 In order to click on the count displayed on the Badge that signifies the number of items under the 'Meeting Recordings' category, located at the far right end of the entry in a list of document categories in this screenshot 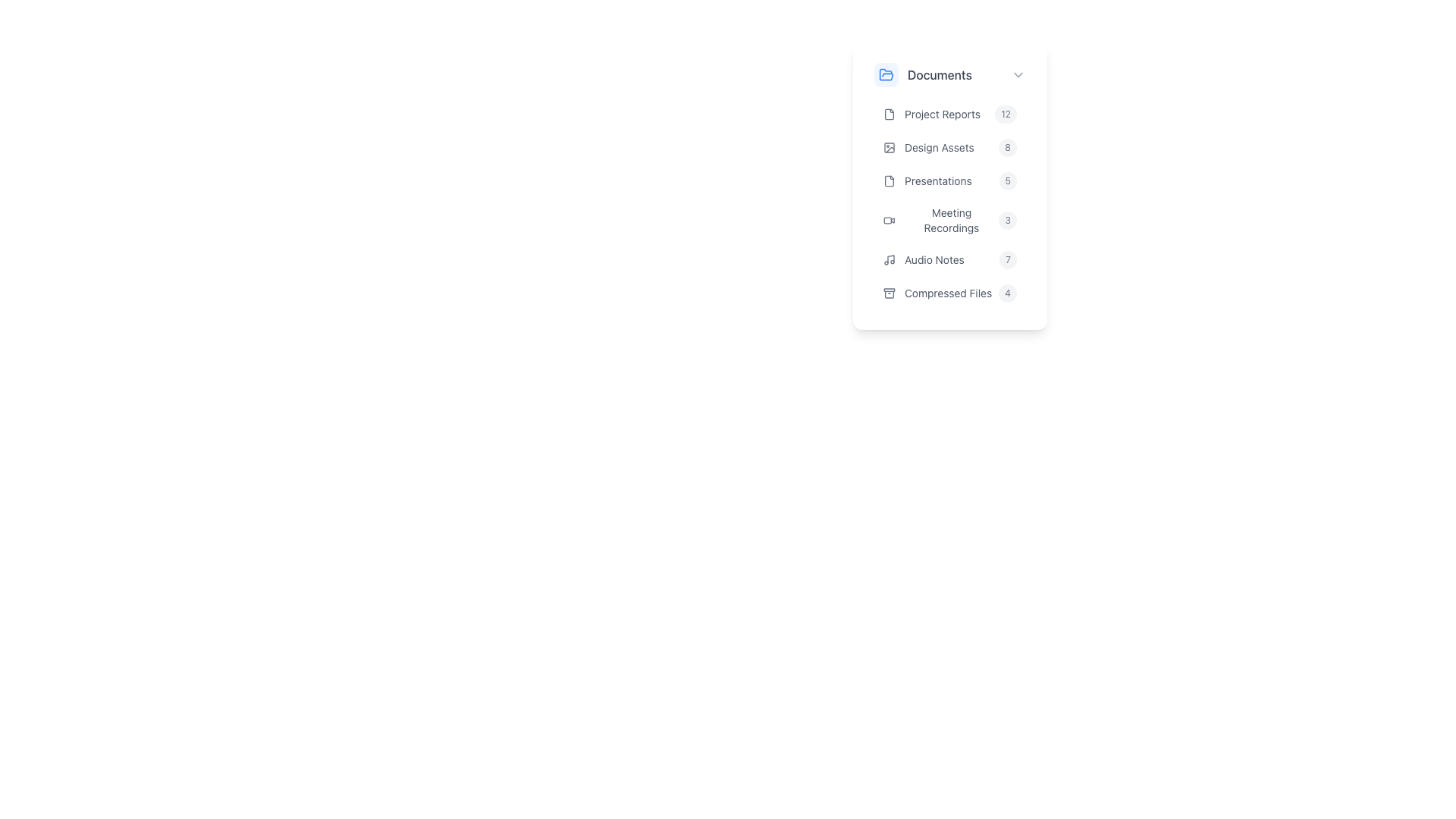, I will do `click(1008, 220)`.